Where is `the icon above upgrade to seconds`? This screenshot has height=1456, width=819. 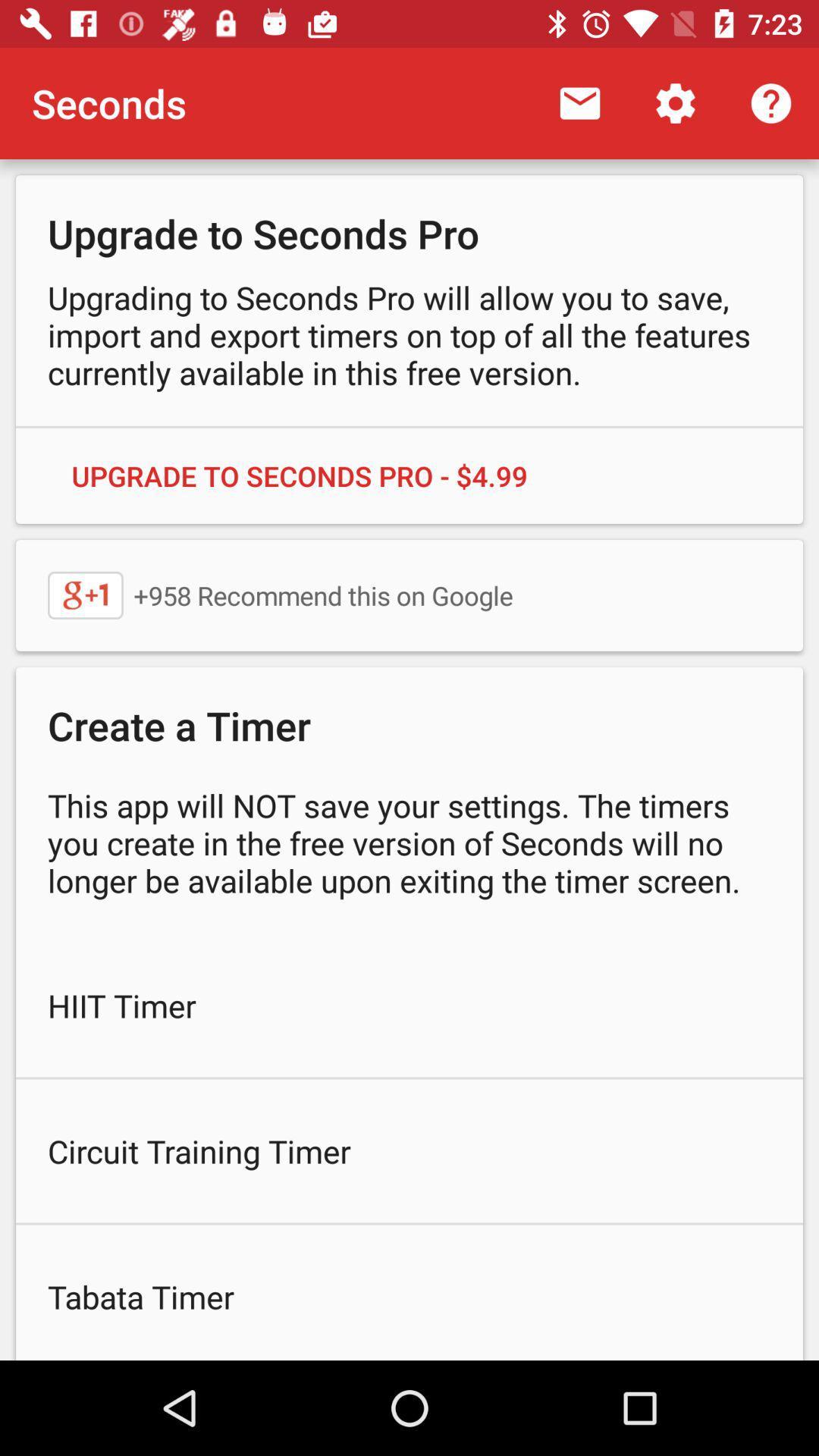 the icon above upgrade to seconds is located at coordinates (771, 102).